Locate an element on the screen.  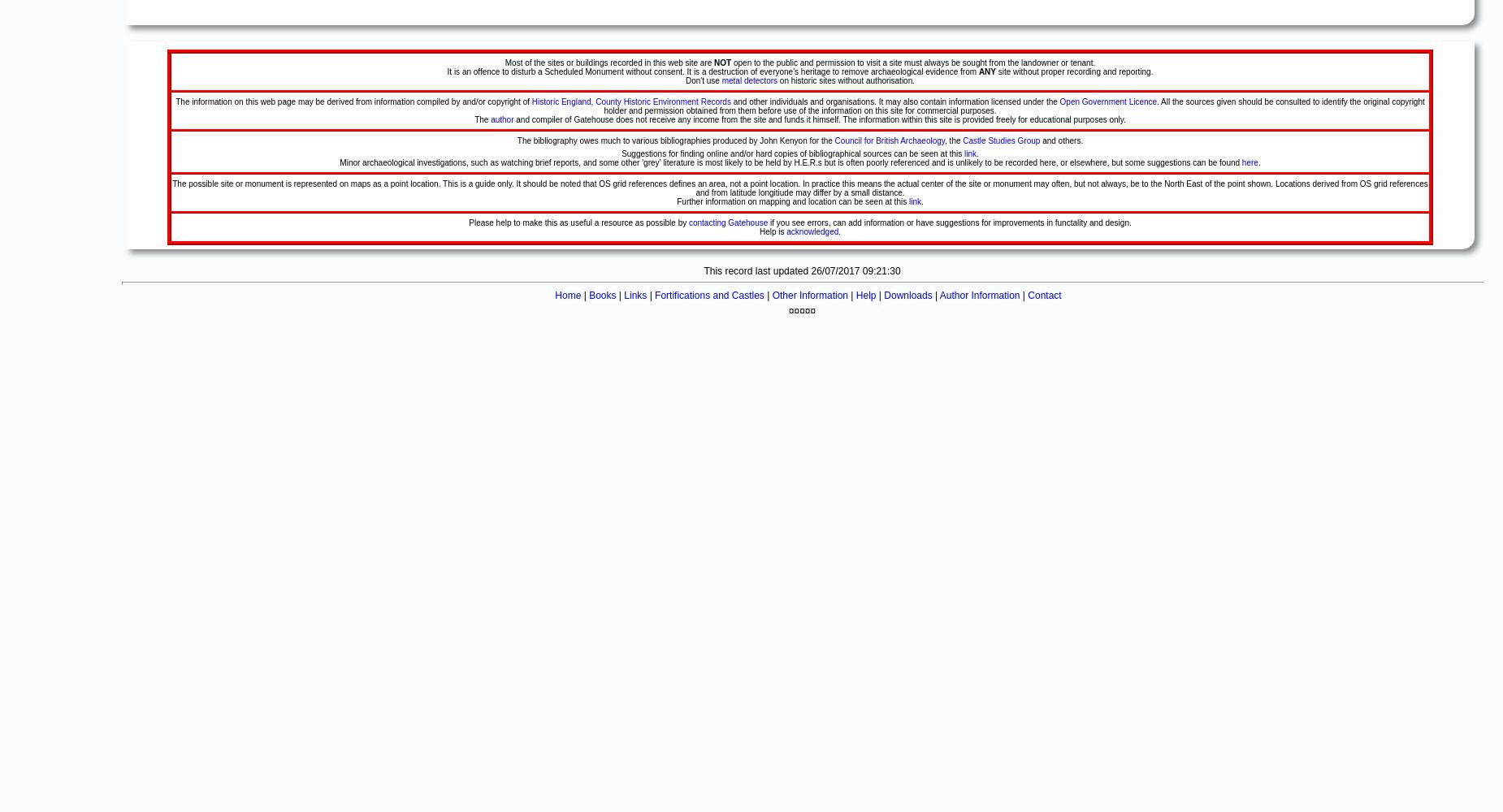
'County Historic Environment Records' is located at coordinates (595, 101).